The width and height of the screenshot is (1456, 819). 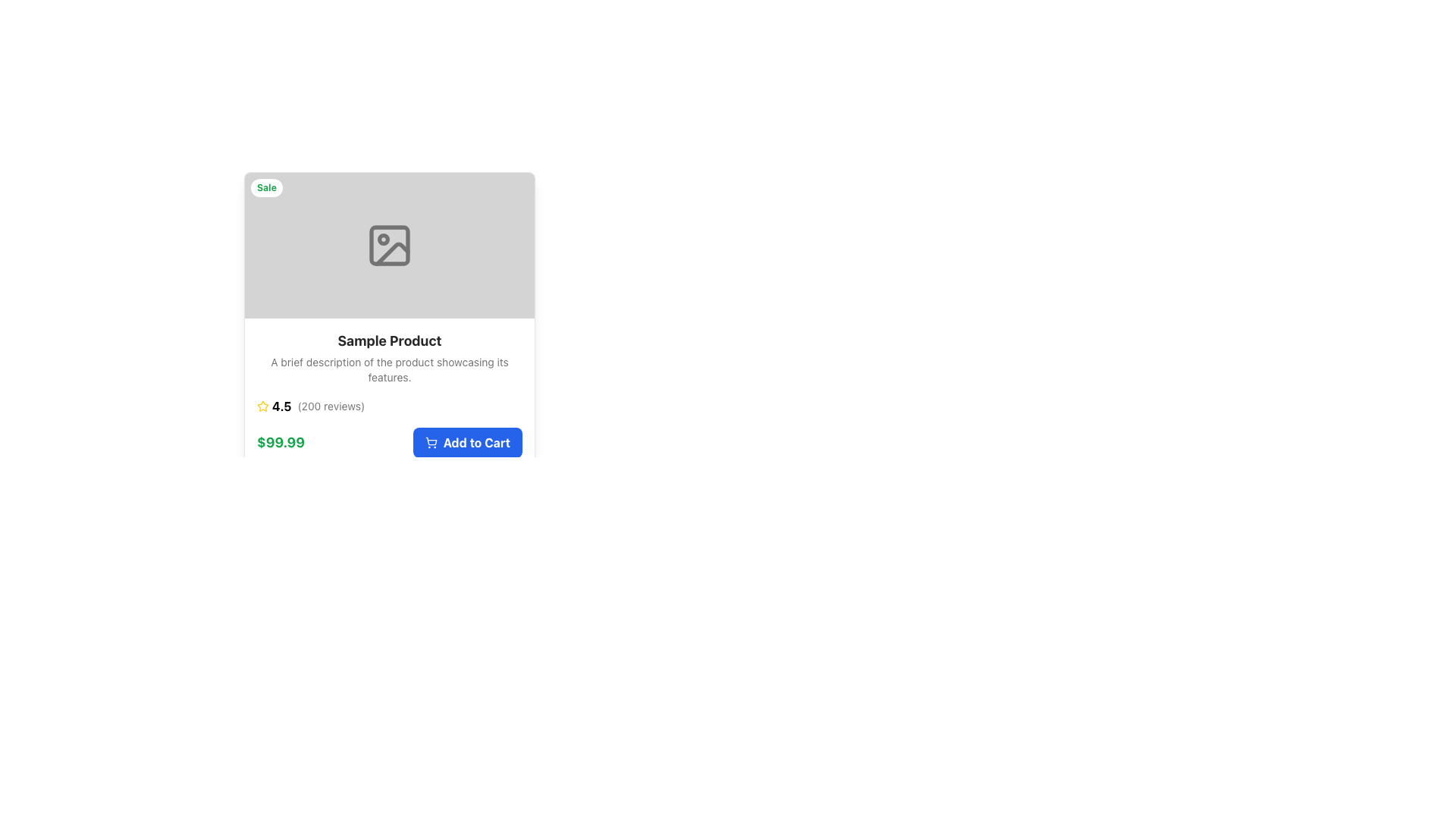 I want to click on the shopping cart icon, which is a minimalistic wireframe design located to the left of the 'Add to Cart' text on a blue rounded button at the bottom-right of the card layout, so click(x=430, y=442).